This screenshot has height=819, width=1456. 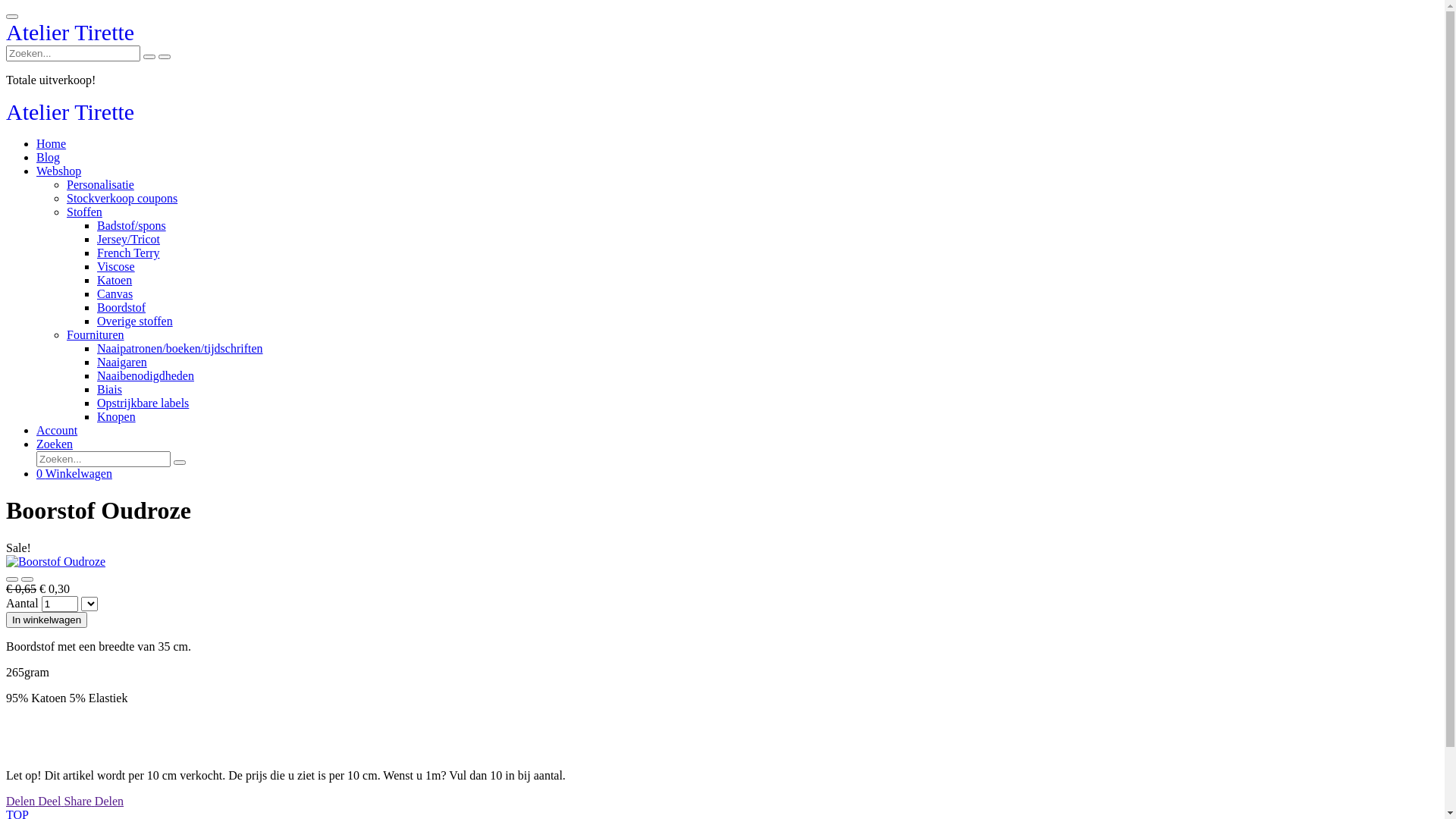 I want to click on 'Deel', so click(x=51, y=800).